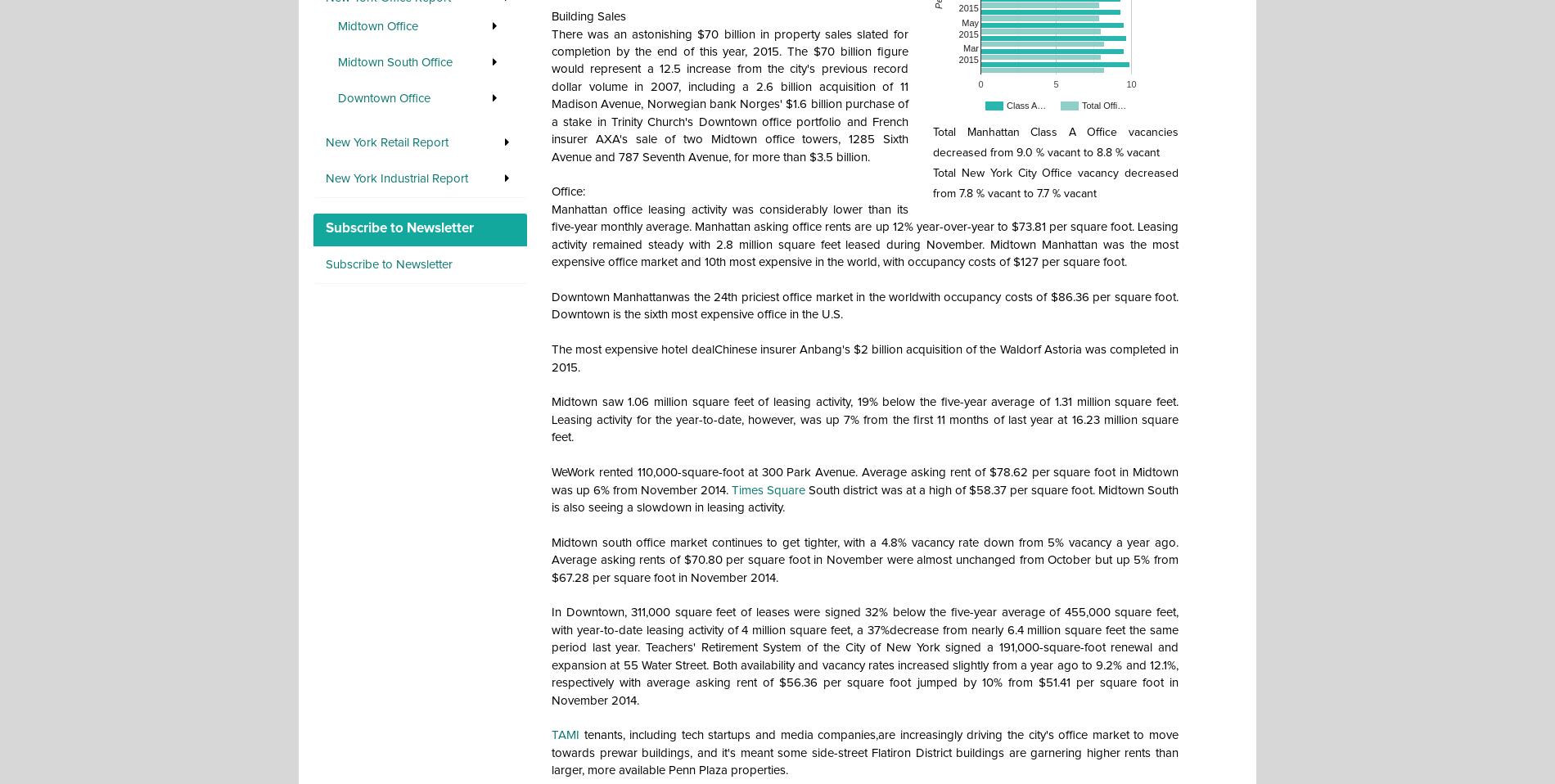 This screenshot has width=1555, height=784. I want to click on 'Total New York City Office vacancy decreased from 7.8 % vacant to 7.7 % vacant', so click(933, 182).